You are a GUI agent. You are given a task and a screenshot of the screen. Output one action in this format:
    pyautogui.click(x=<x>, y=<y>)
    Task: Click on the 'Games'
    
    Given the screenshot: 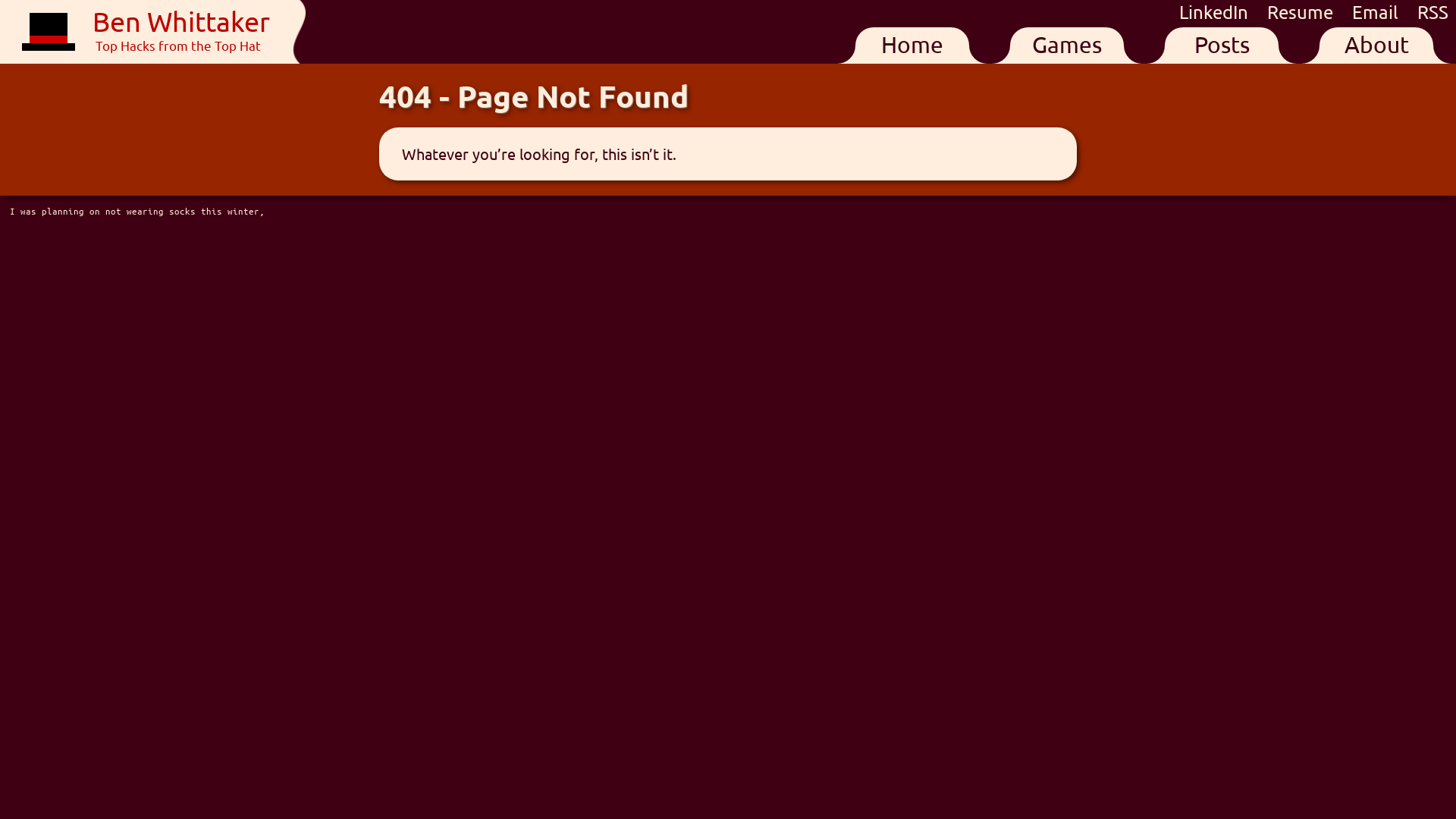 What is the action you would take?
    pyautogui.click(x=1065, y=45)
    